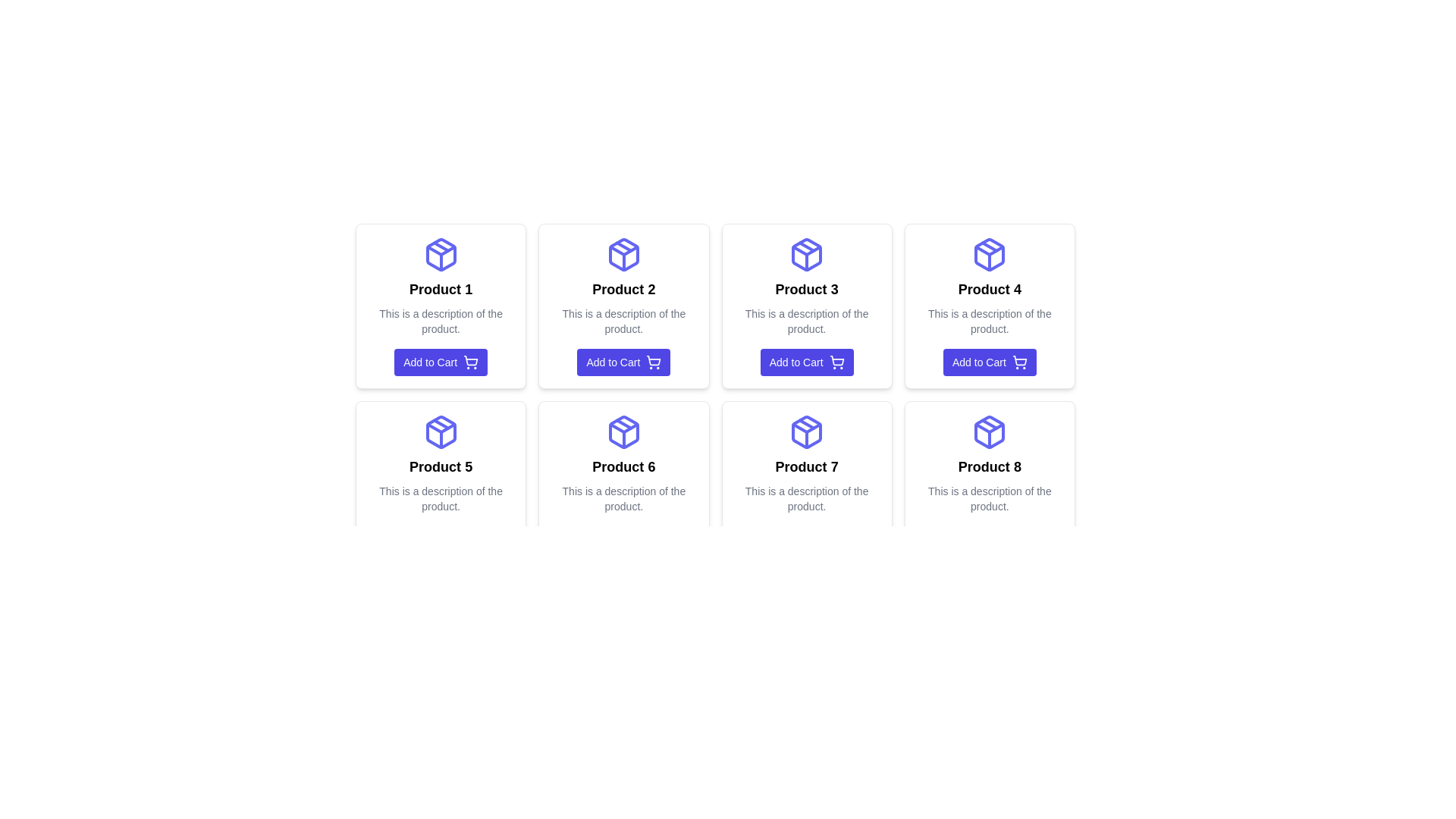 This screenshot has width=1456, height=819. Describe the element at coordinates (990, 253) in the screenshot. I see `the Decorative Icon, which is a geometric shape resembling a package box with a purple stroke, located at the top center of 'Product 4' card, above the product name` at that location.